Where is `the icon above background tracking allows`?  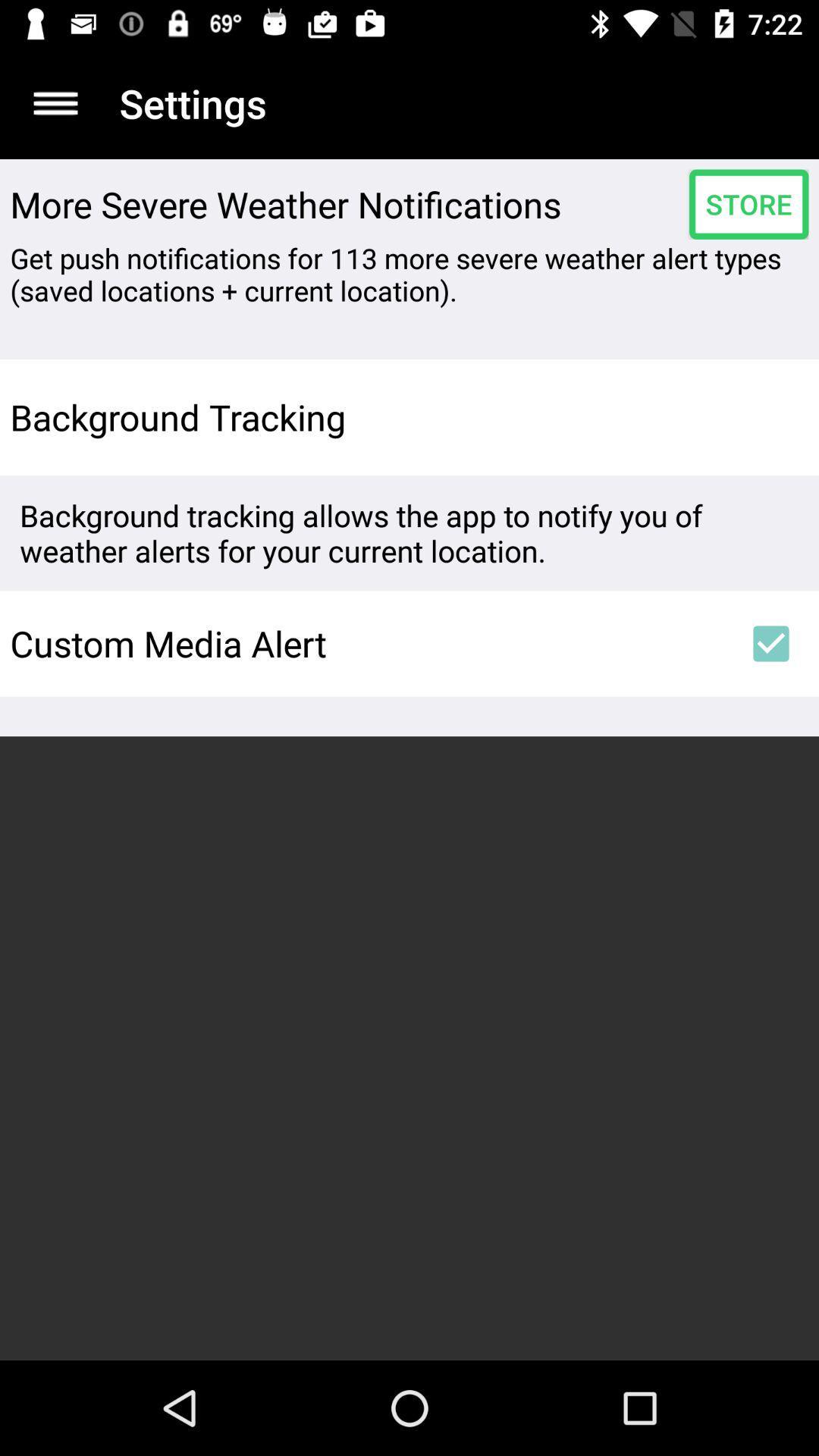
the icon above background tracking allows is located at coordinates (771, 417).